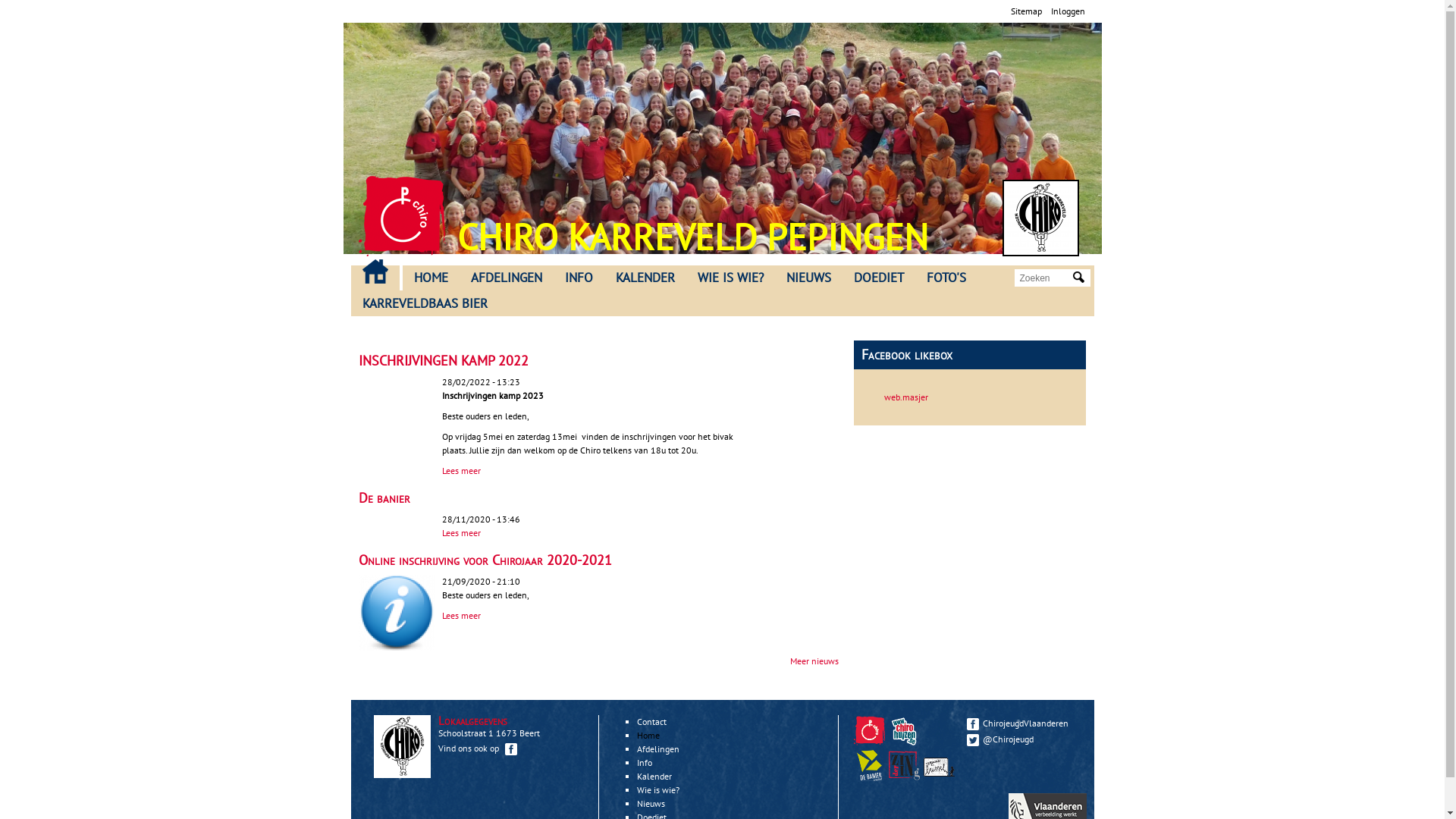 This screenshot has height=819, width=1456. I want to click on 'web.masjer', so click(884, 396).